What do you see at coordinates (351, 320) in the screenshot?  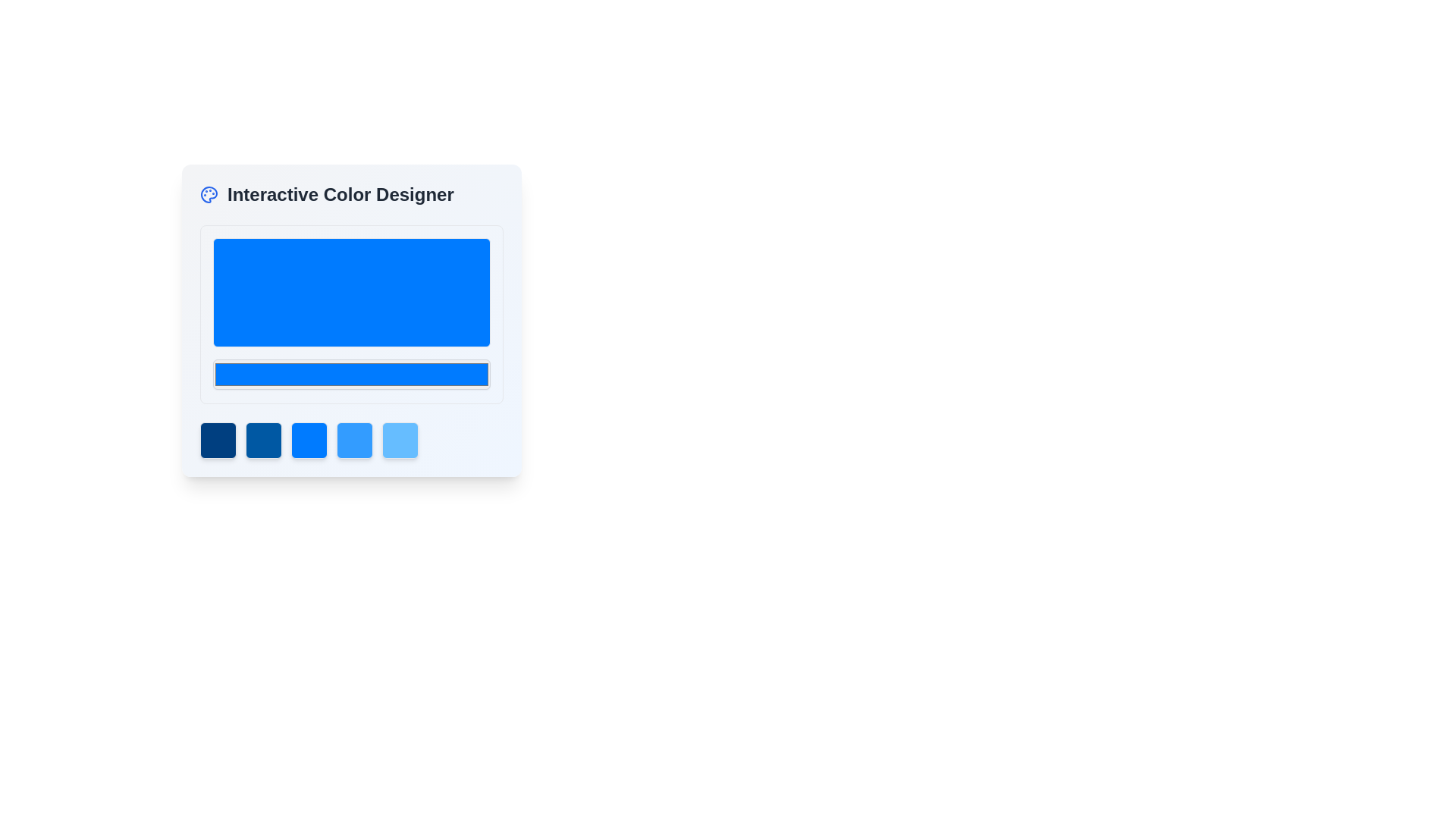 I see `the Interactive Color Designer feature card, which is centrally positioned within the UI layout, allowing users to select and preview colors` at bounding box center [351, 320].